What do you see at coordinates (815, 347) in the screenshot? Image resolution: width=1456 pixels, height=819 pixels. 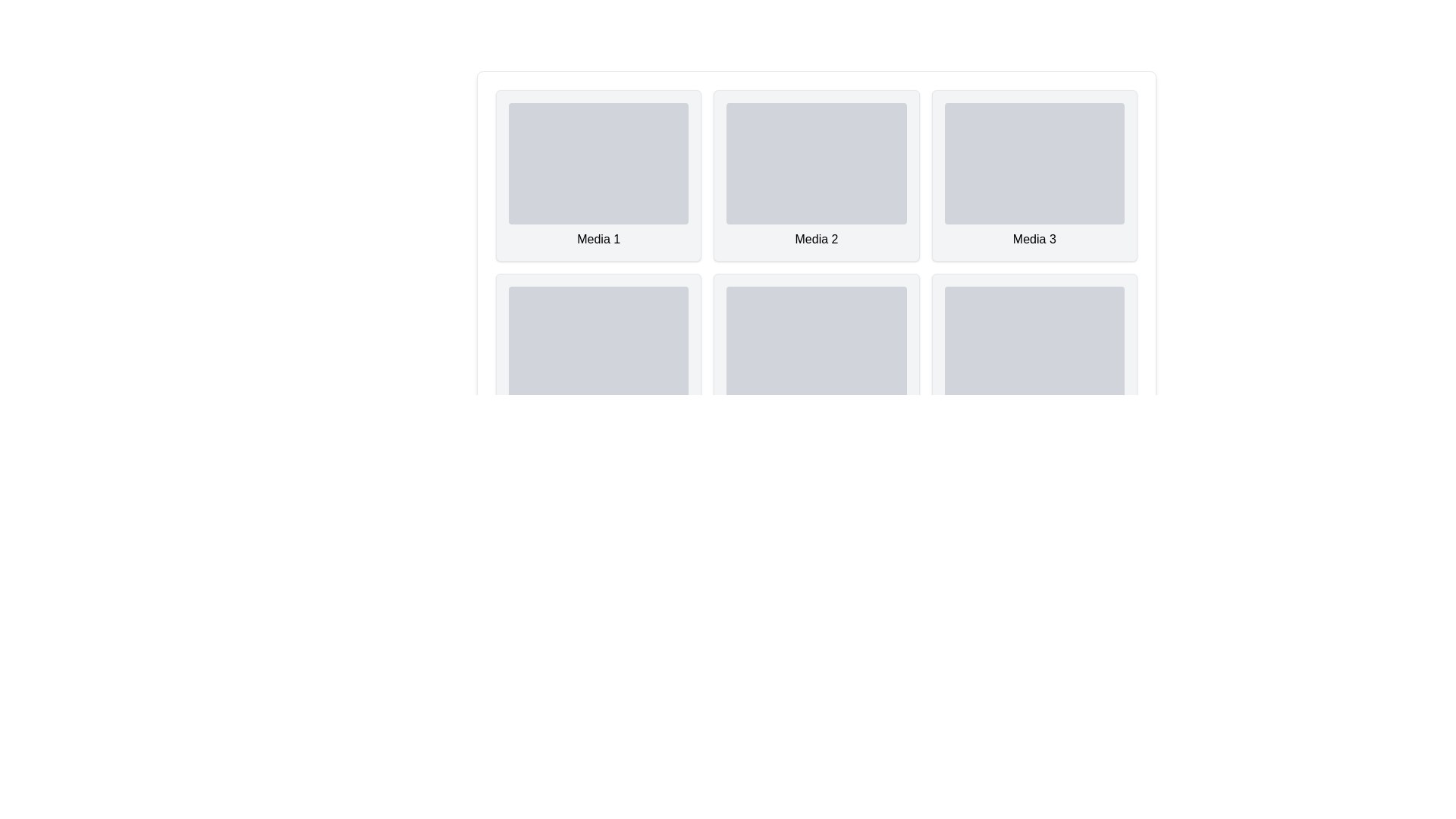 I see `the gray rectangular media content placeholder located in the second row, third column of the grid layout, which has a soft rounded border and no additional content` at bounding box center [815, 347].